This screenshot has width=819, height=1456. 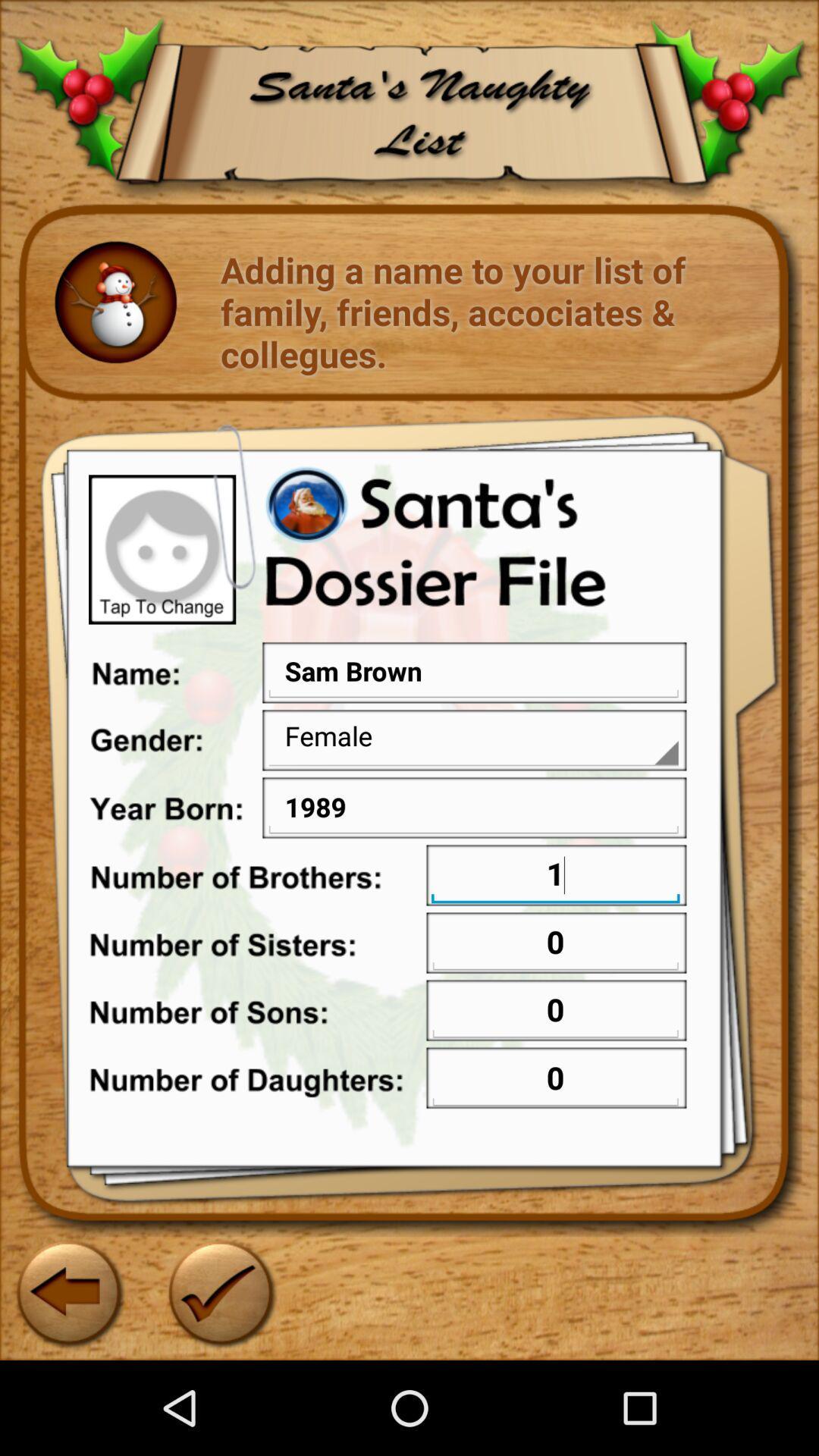 I want to click on the icon above name, so click(x=162, y=548).